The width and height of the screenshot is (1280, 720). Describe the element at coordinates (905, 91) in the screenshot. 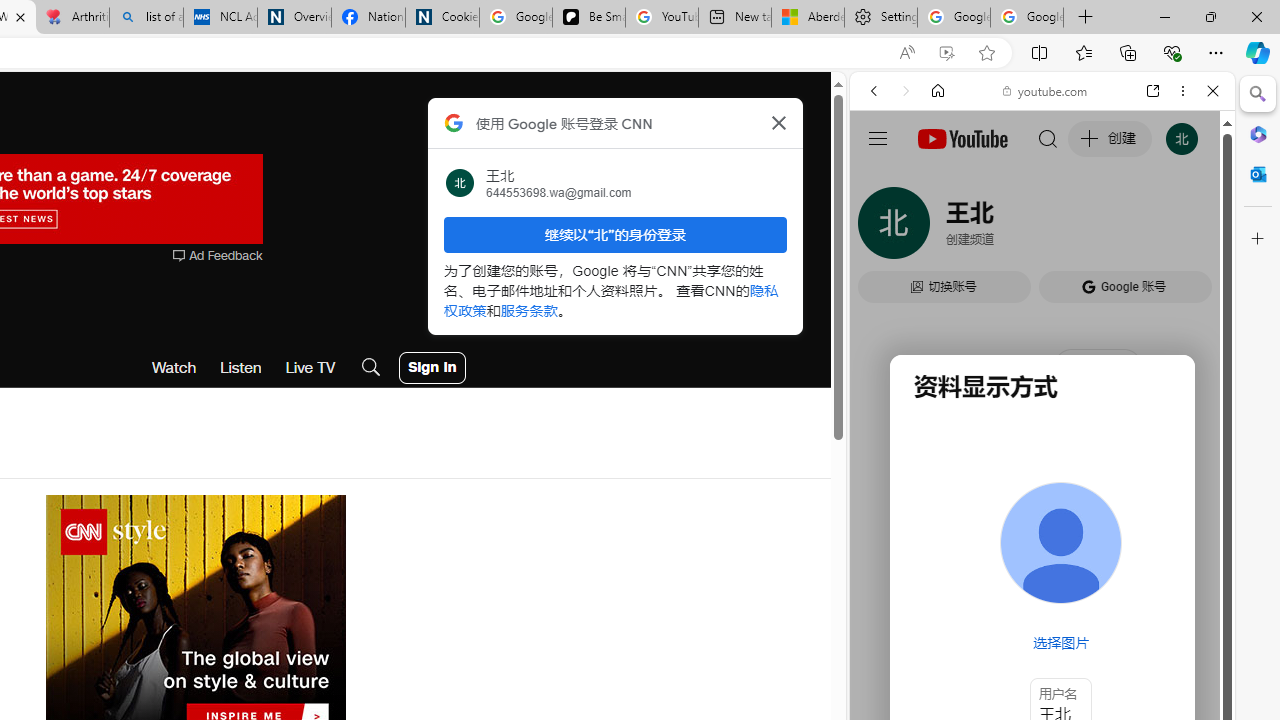

I see `'Forward'` at that location.